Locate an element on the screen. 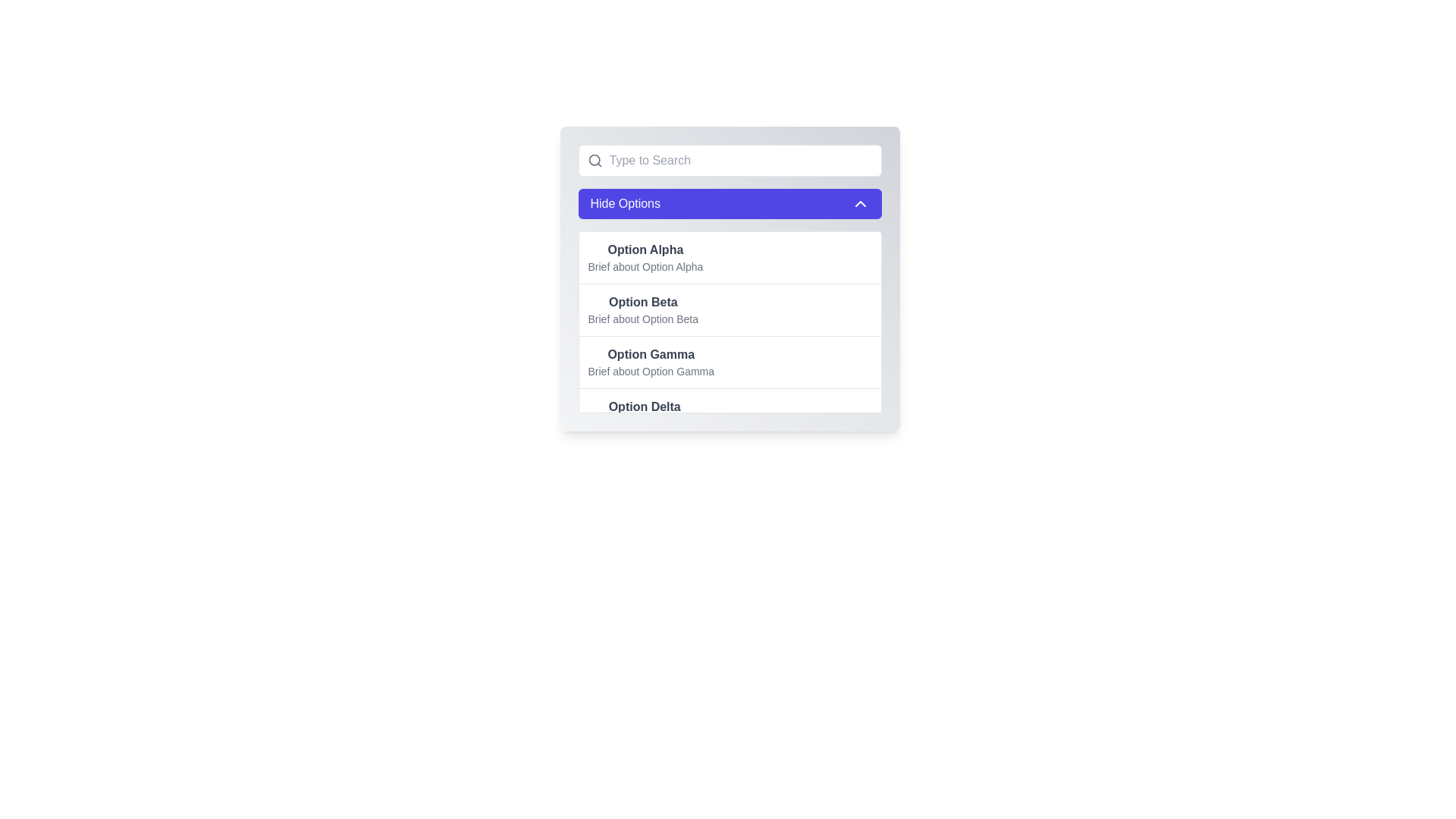 The height and width of the screenshot is (819, 1456). text content of the Text label that serves as the title for a selectable option in the list, positioned between 'Option Alpha' and 'Option Gamma' is located at coordinates (643, 302).